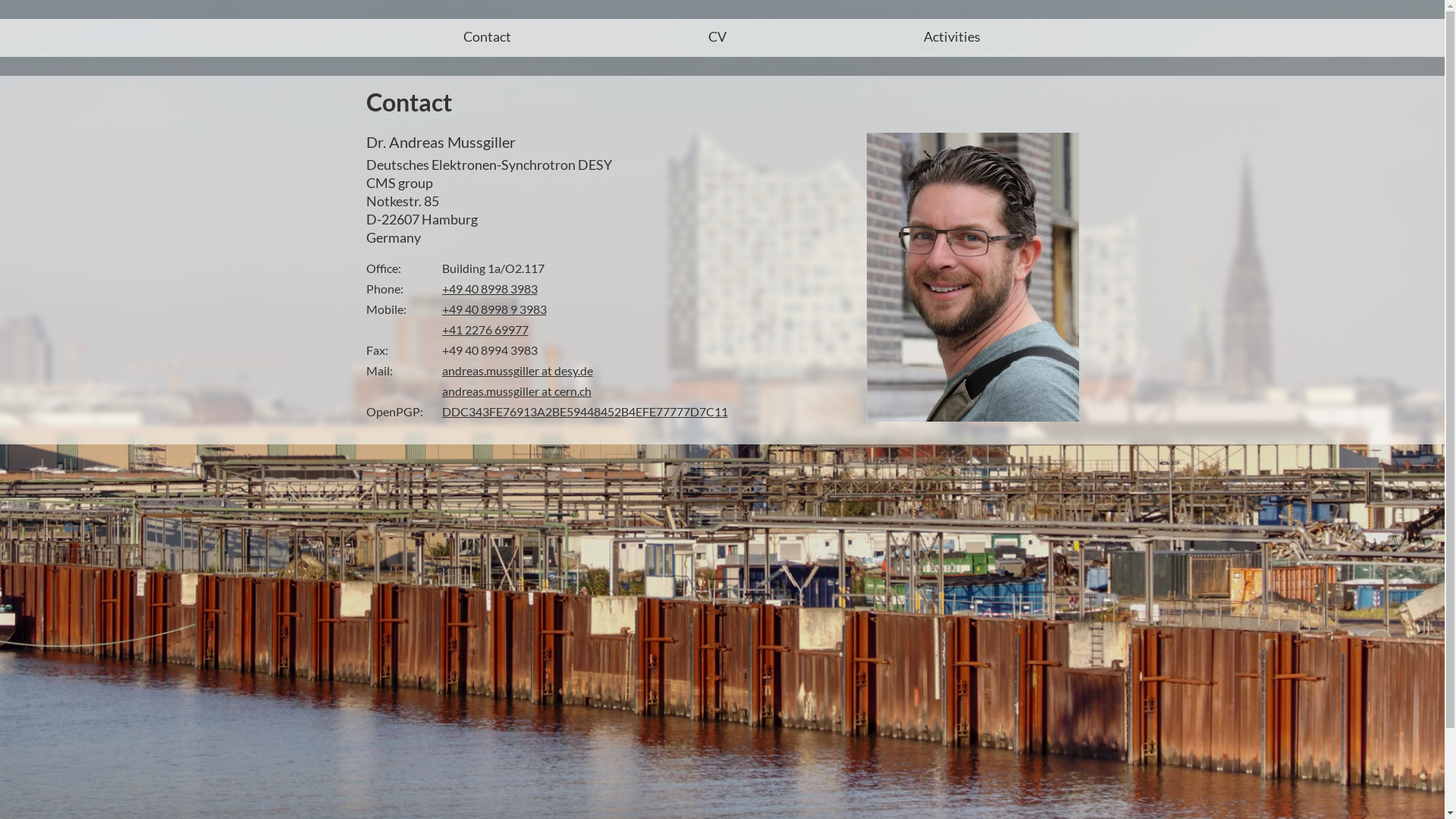 Image resolution: width=1456 pixels, height=819 pixels. Describe the element at coordinates (583, 411) in the screenshot. I see `'DDC343FE76913A2BE59448452B4EFE77777D7C11'` at that location.